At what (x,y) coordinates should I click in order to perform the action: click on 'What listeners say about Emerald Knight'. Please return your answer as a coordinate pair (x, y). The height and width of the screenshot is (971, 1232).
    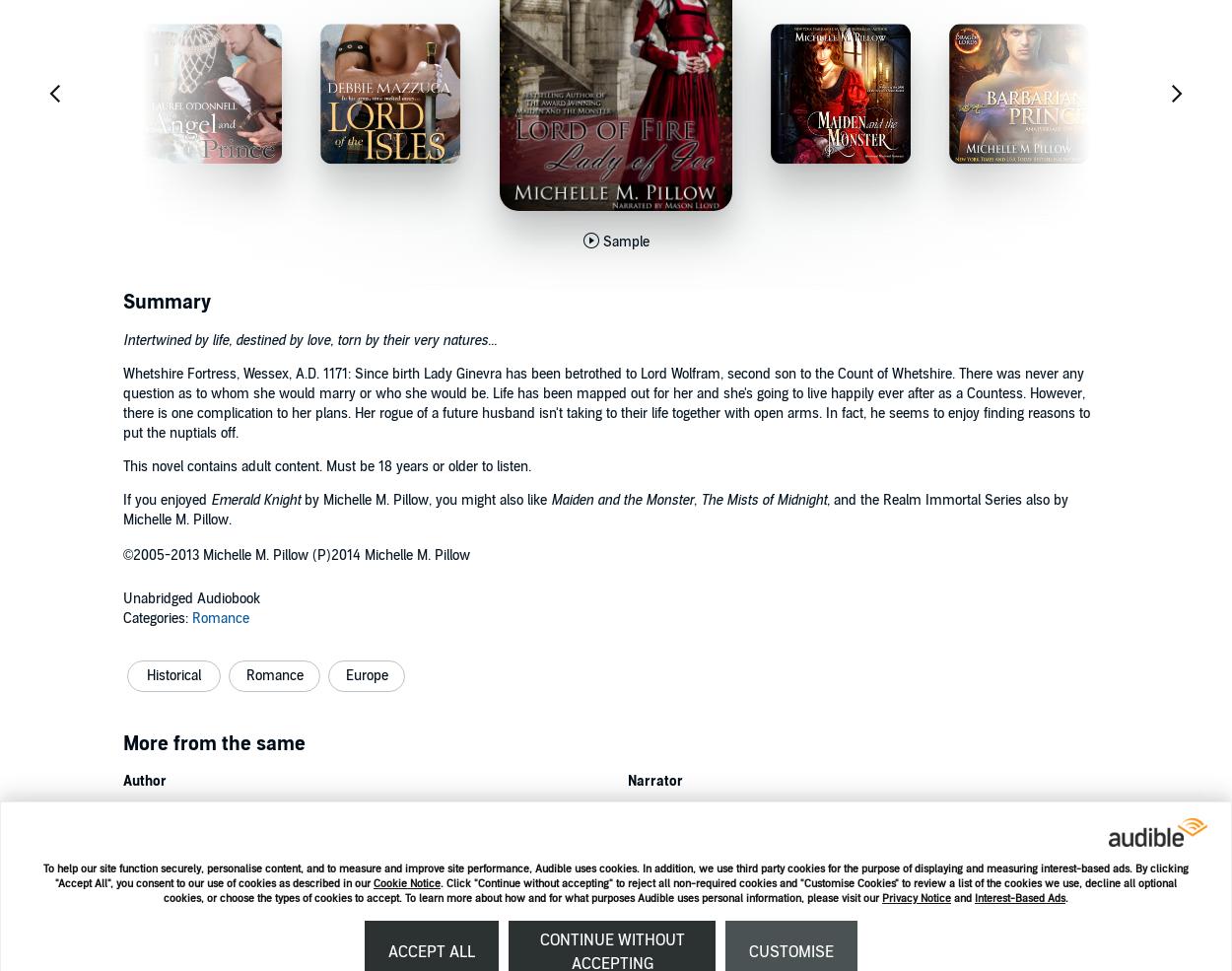
    Looking at the image, I should click on (289, 913).